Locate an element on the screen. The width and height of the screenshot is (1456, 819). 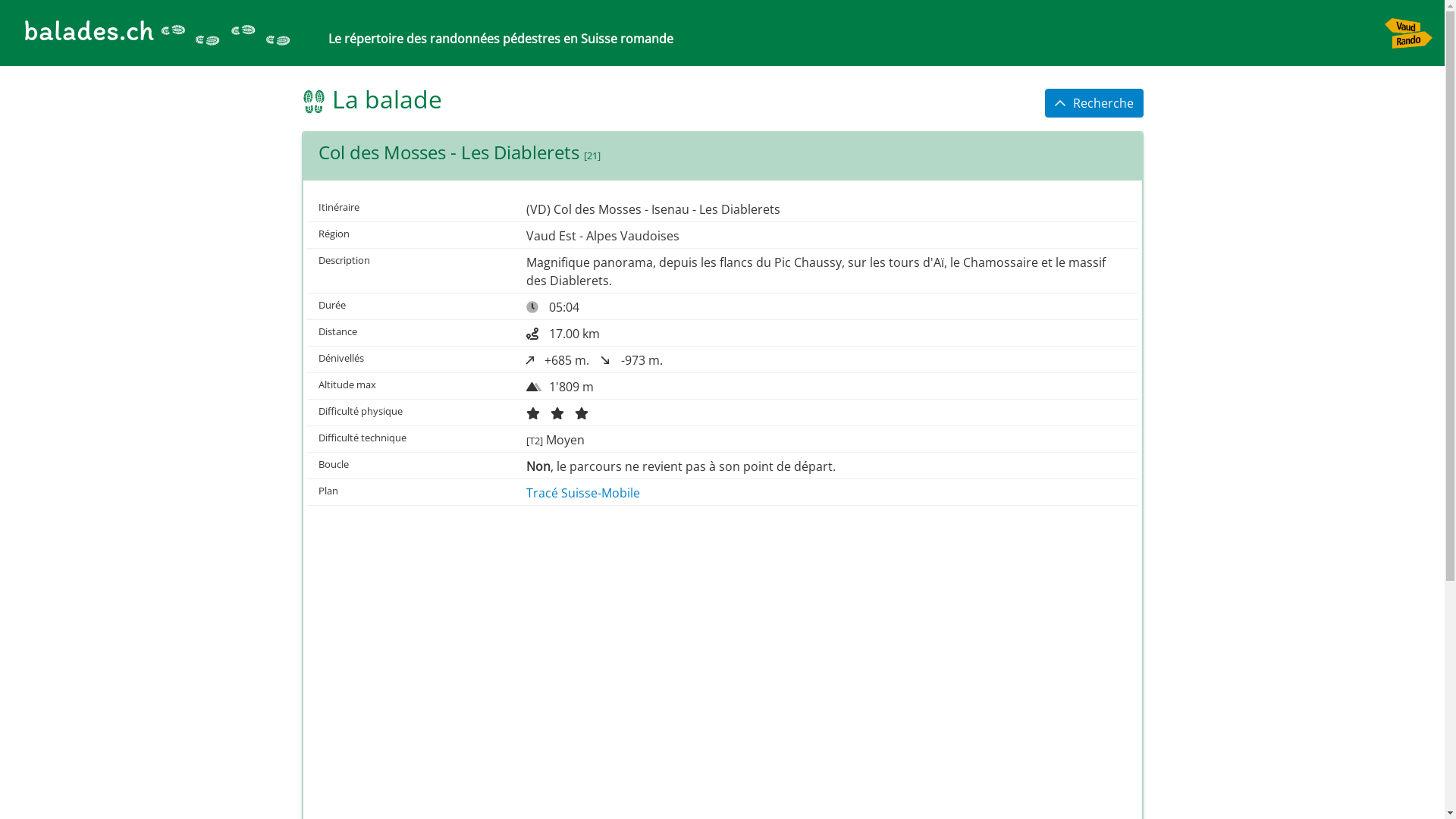
'Association Vaud Rando' is located at coordinates (1407, 33).